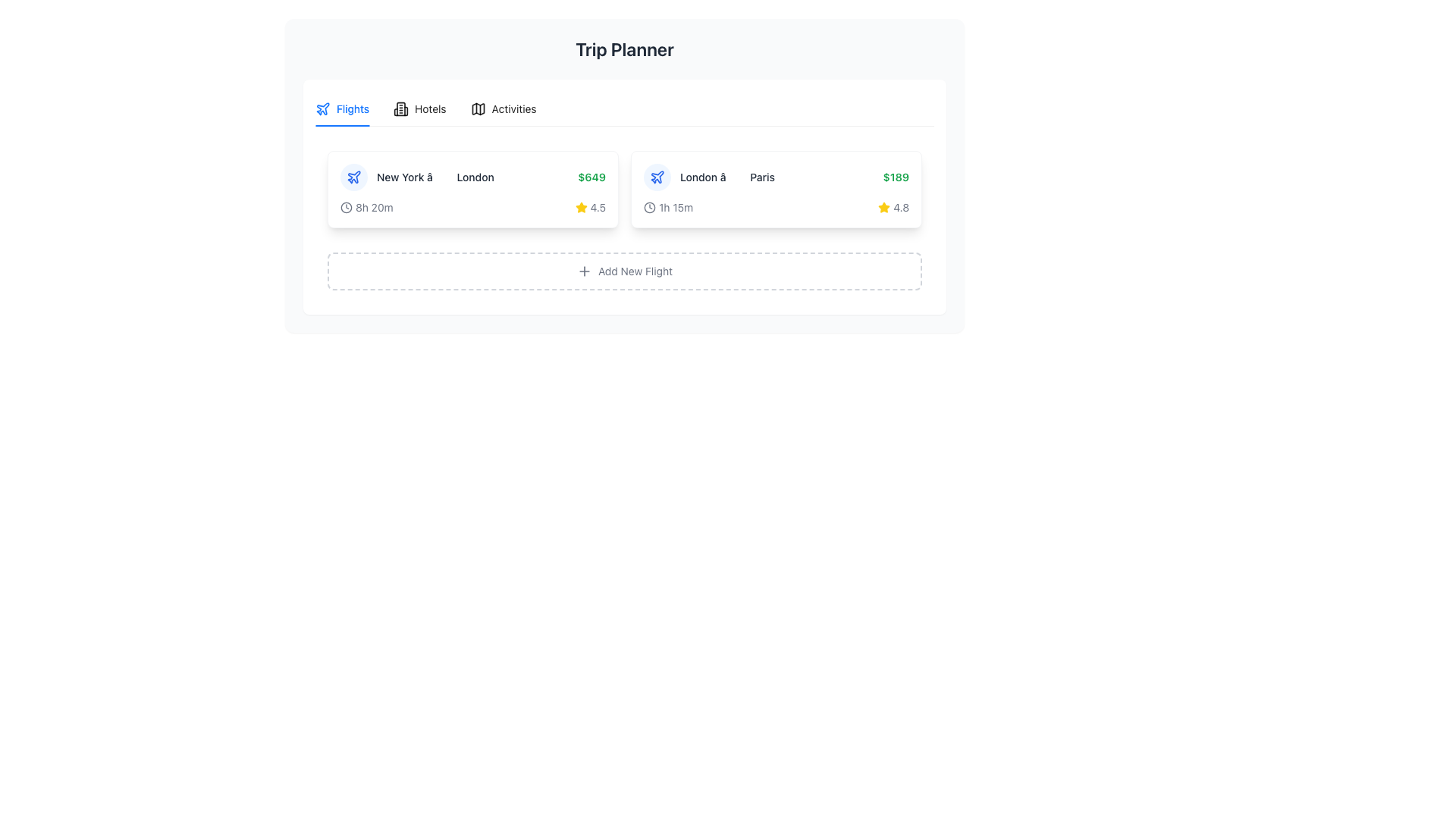 Image resolution: width=1456 pixels, height=819 pixels. I want to click on the decorative underline indicator located beneath the 'Flights' label, which denotes the active tab in the navigation system, so click(341, 124).